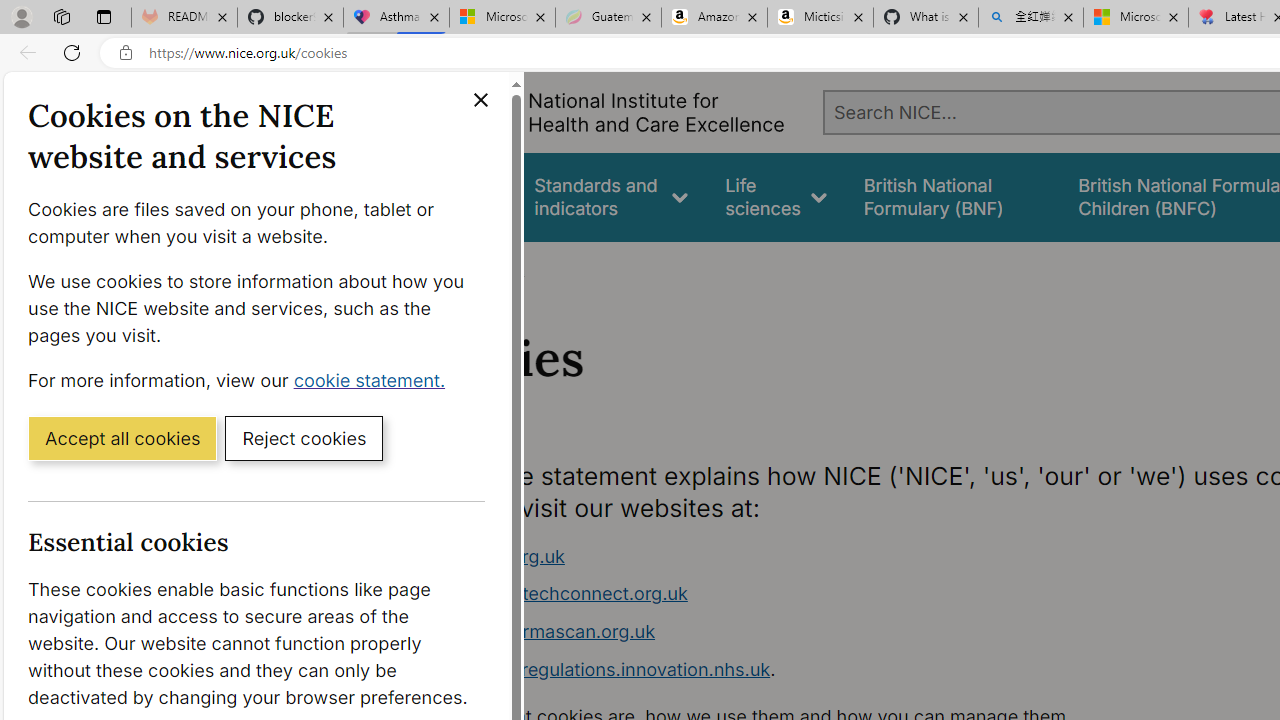  Describe the element at coordinates (121, 436) in the screenshot. I see `'Accept all cookies'` at that location.